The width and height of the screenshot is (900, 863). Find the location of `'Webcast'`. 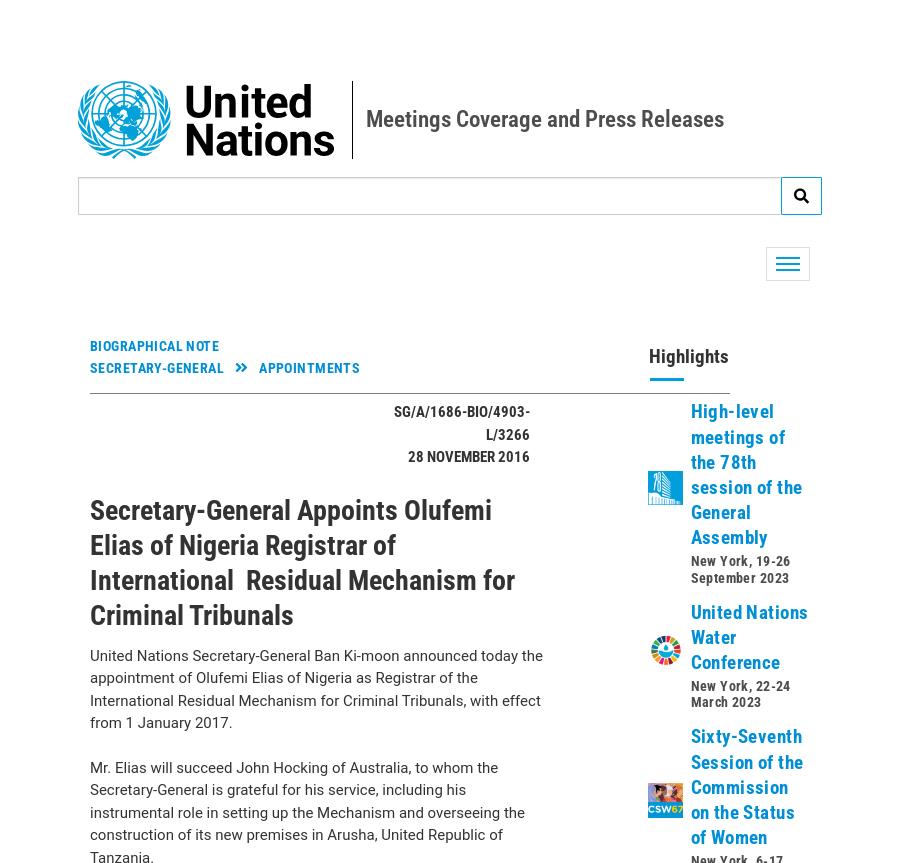

'Webcast' is located at coordinates (140, 795).